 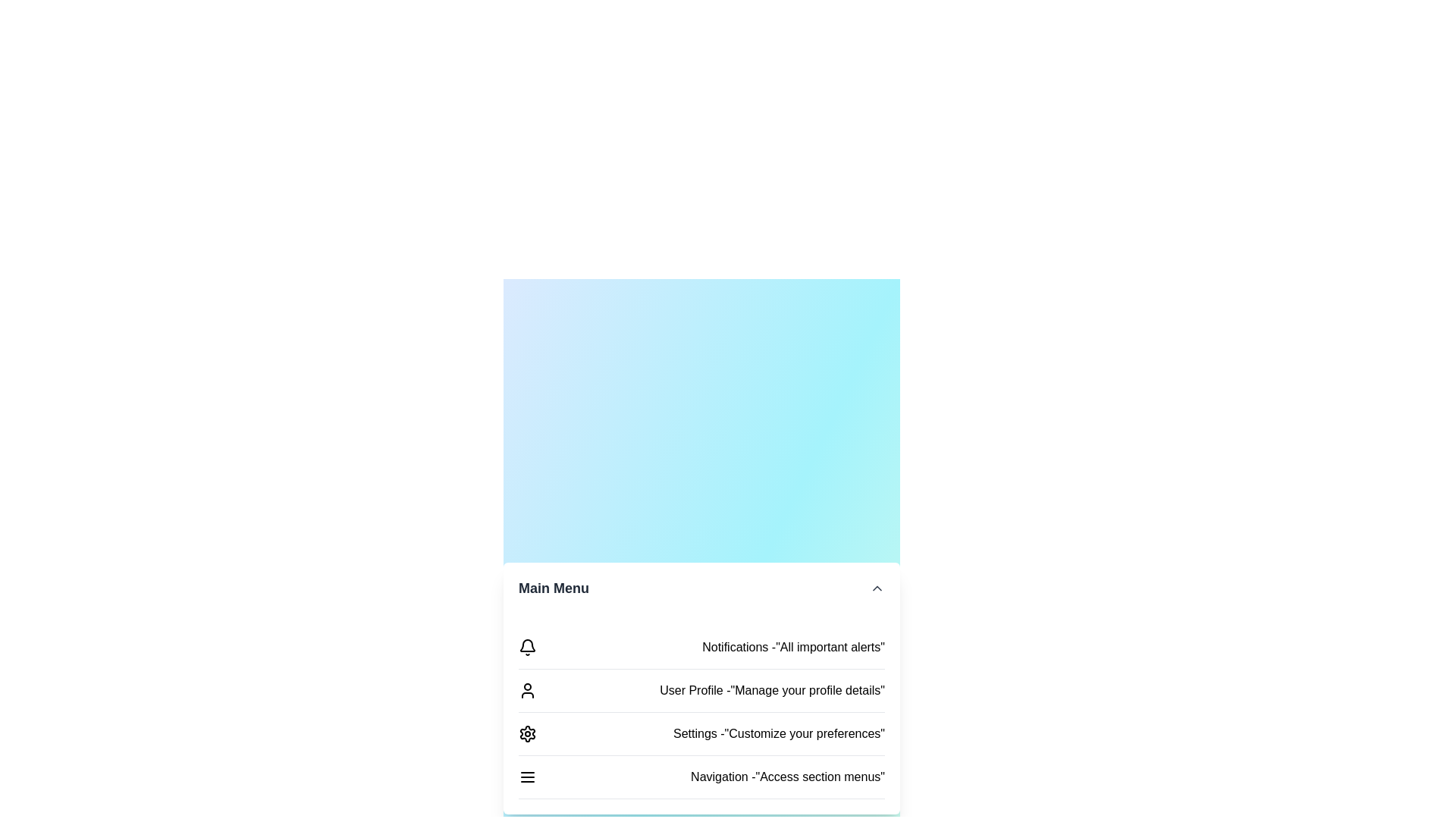 I want to click on the header text 'Main Menu' for copying, so click(x=553, y=587).